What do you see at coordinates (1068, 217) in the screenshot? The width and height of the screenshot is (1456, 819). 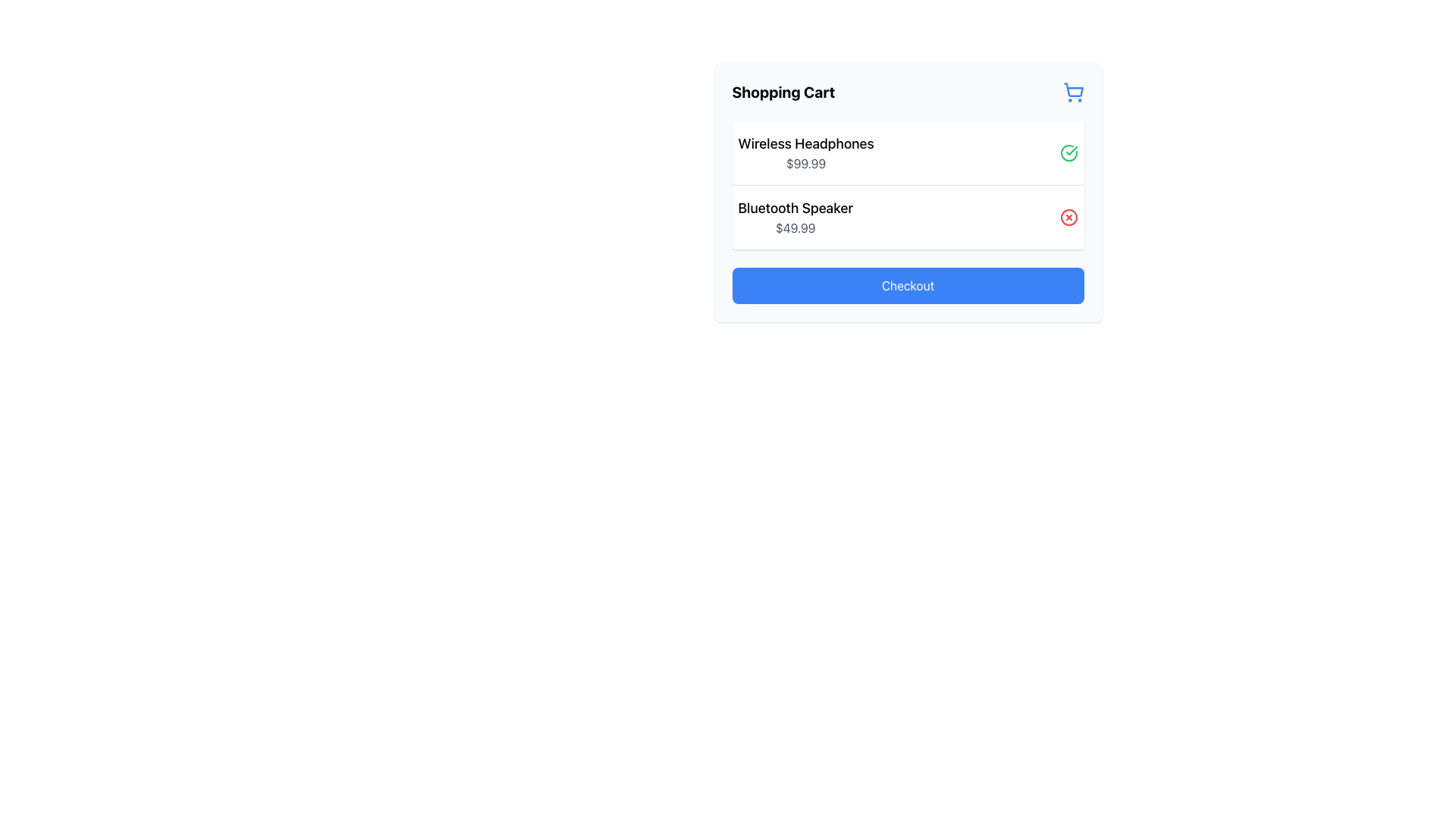 I see `the removal button for the 'Bluetooth Speaker' item located on the far right of its row in the shopping cart interface` at bounding box center [1068, 217].